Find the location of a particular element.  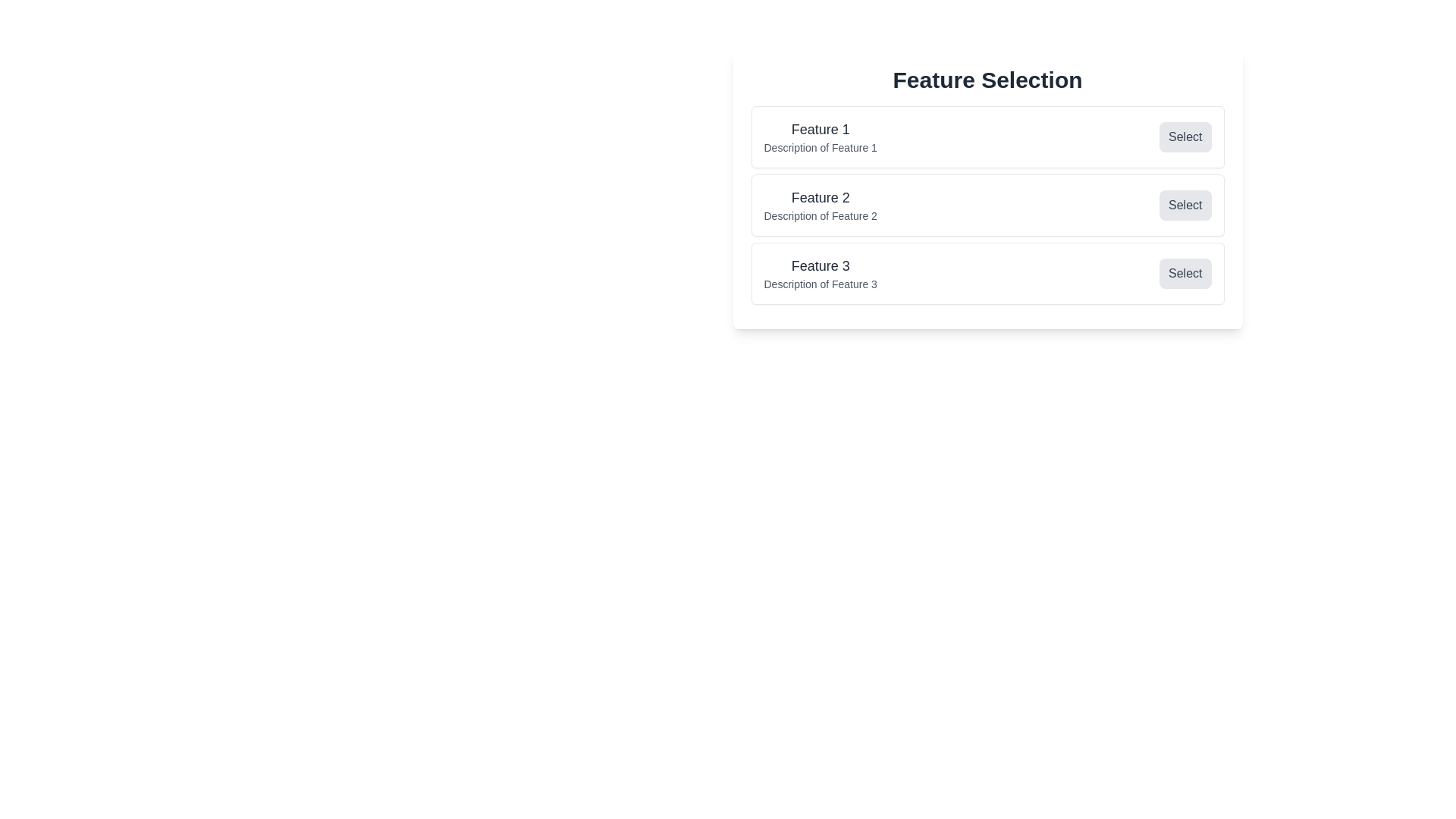

the text label displaying 'Feature 2', which is styled with a larger font size and dark gray color, positioned below 'Feature Selection' and above its description is located at coordinates (820, 197).